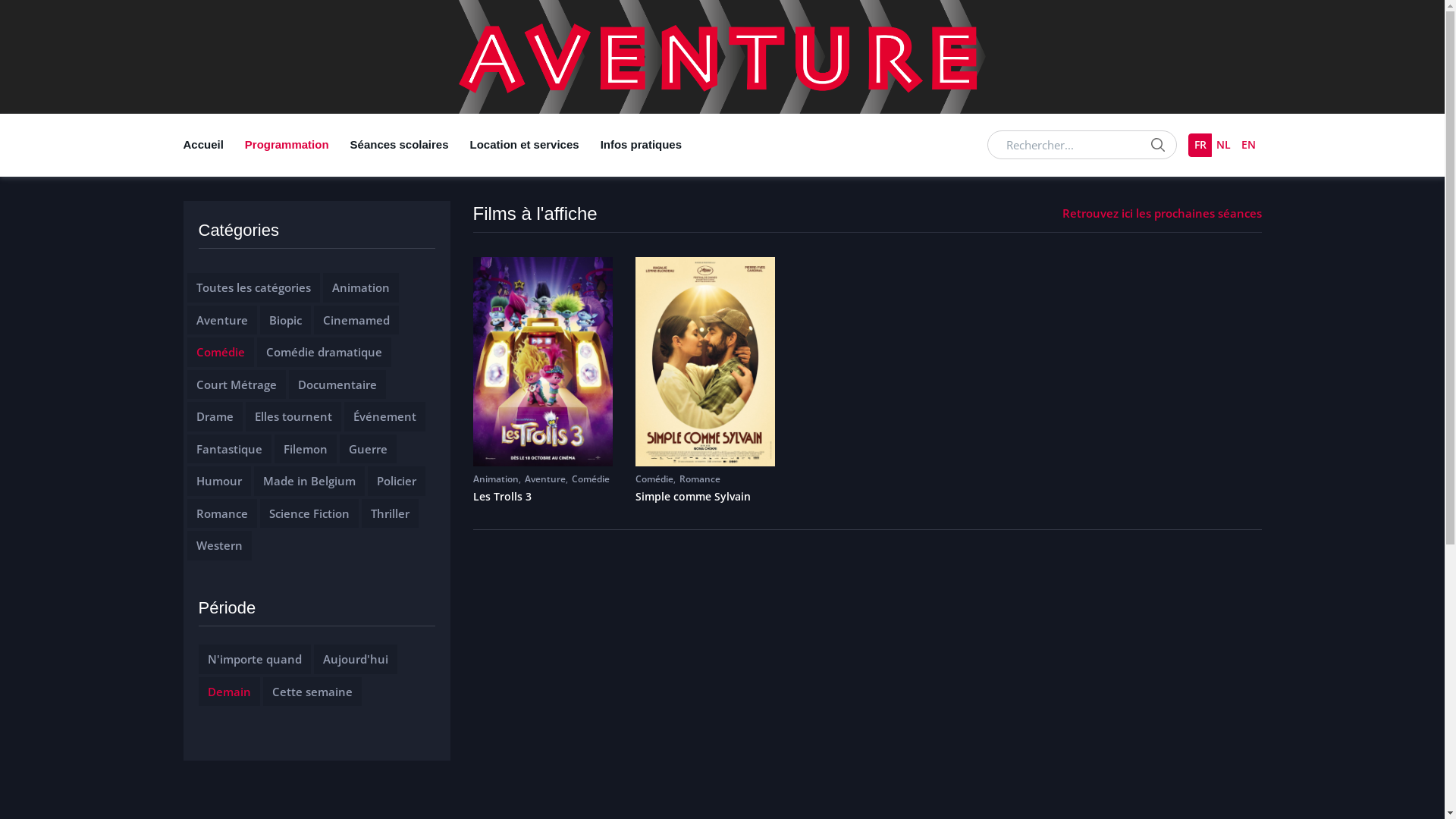 Image resolution: width=1456 pixels, height=819 pixels. What do you see at coordinates (255, 657) in the screenshot?
I see `'N'importe quand'` at bounding box center [255, 657].